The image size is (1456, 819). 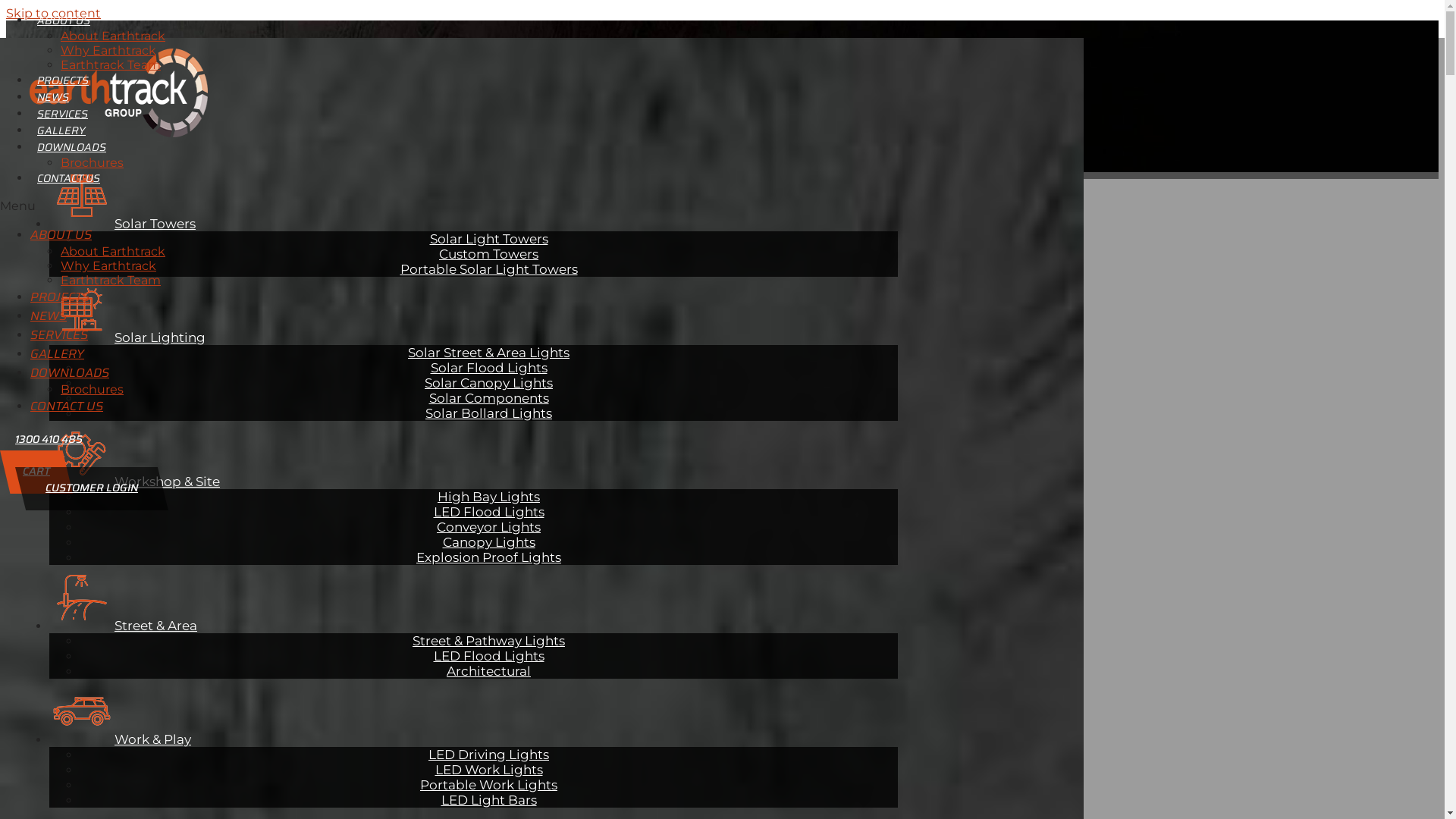 What do you see at coordinates (418, 412) in the screenshot?
I see `'Solar Bollard Lights'` at bounding box center [418, 412].